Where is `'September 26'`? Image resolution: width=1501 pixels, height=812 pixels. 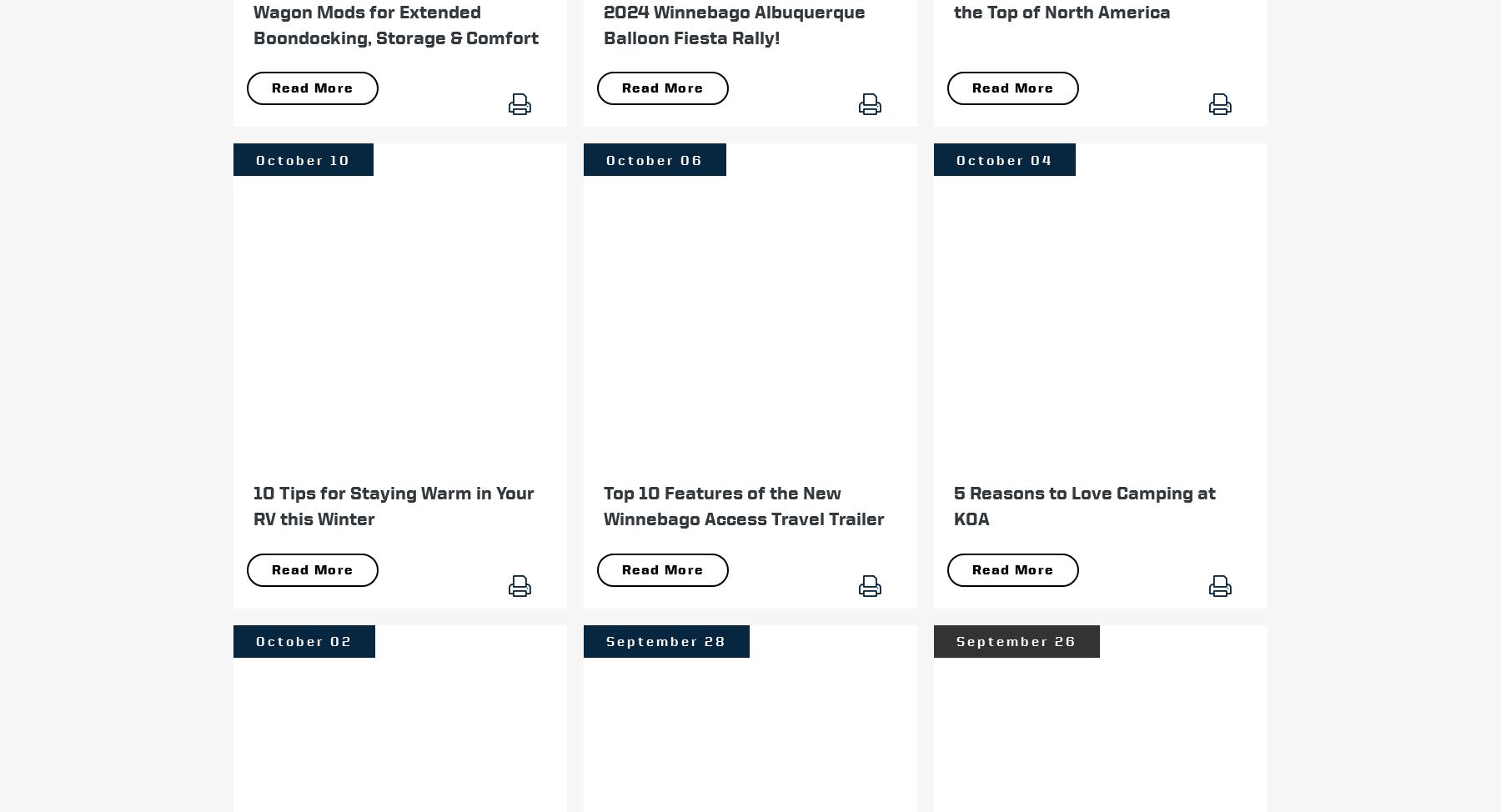
'September 26' is located at coordinates (1016, 640).